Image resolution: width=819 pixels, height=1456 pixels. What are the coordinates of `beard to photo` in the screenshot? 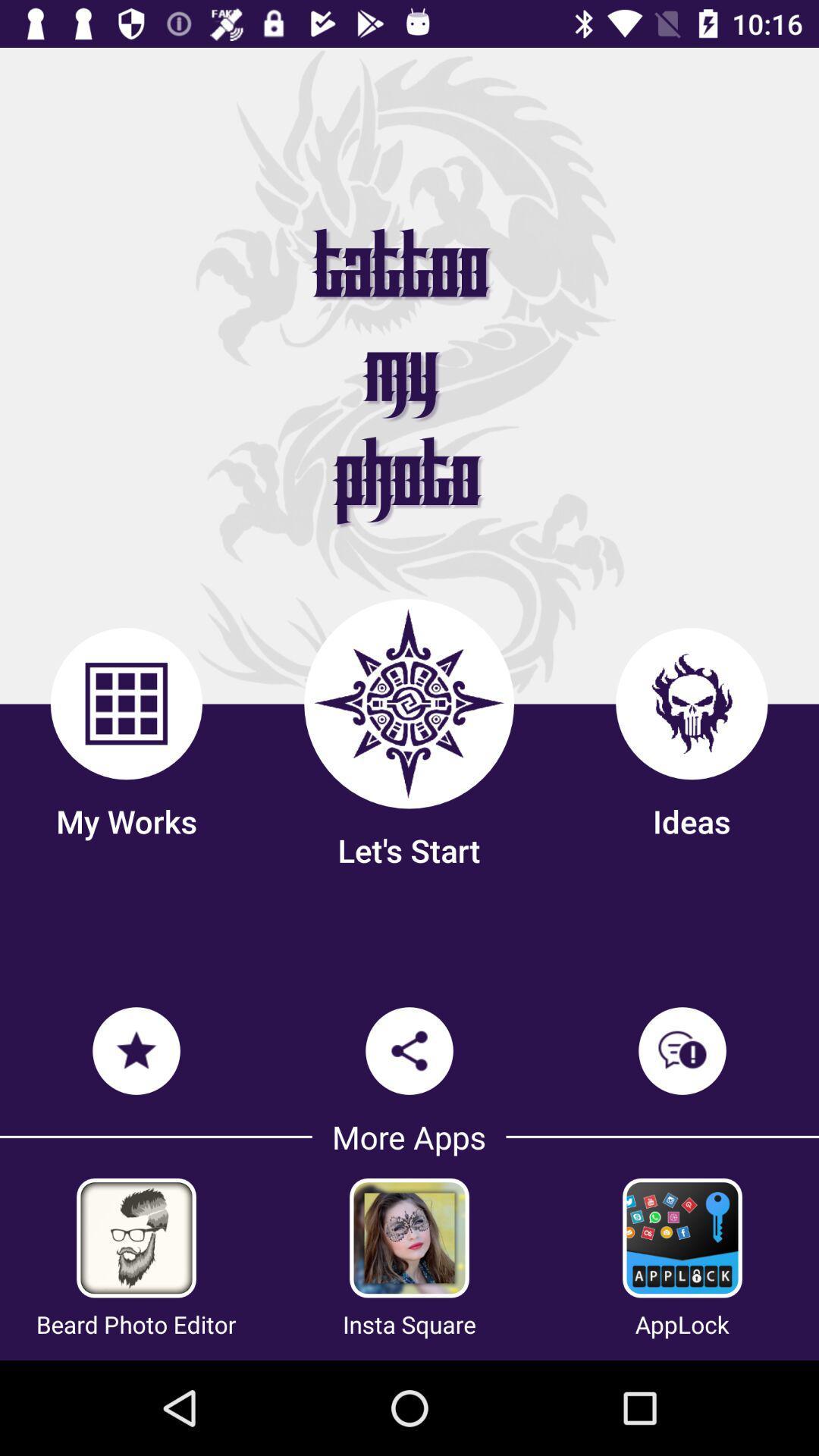 It's located at (136, 1238).